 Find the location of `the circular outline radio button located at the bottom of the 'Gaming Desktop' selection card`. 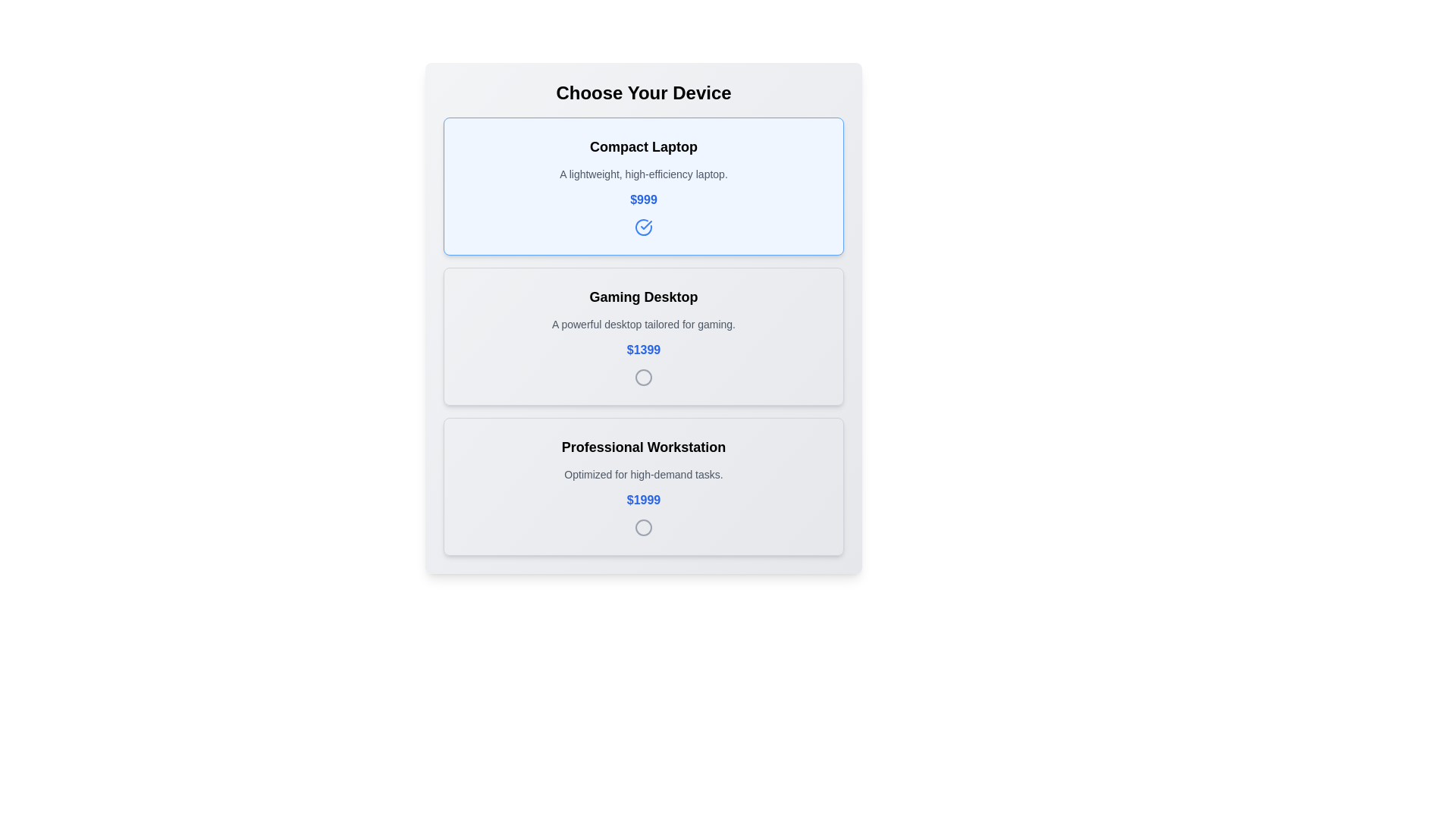

the circular outline radio button located at the bottom of the 'Gaming Desktop' selection card is located at coordinates (644, 376).